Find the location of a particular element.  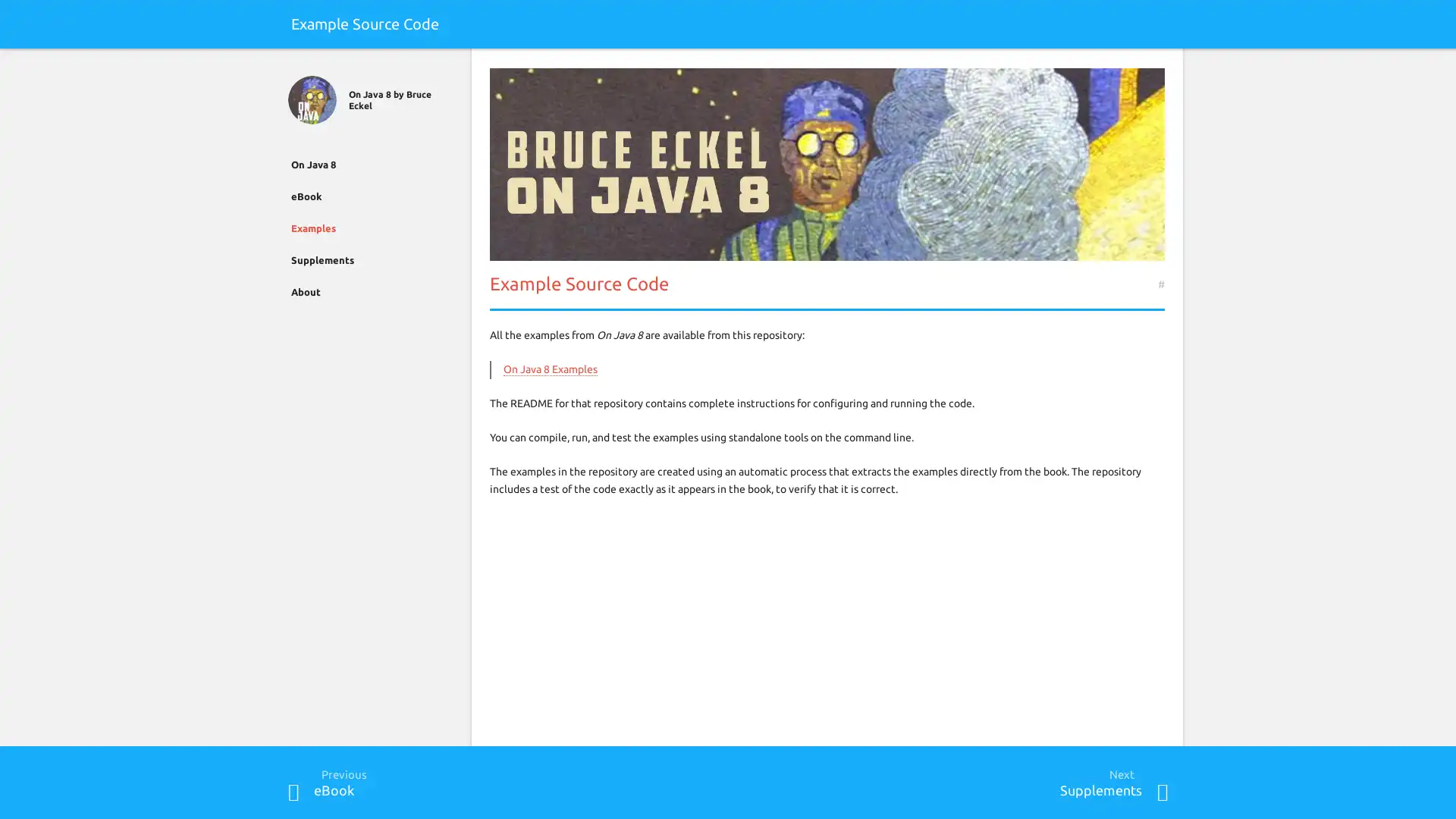

Search is located at coordinates (1161, 66).